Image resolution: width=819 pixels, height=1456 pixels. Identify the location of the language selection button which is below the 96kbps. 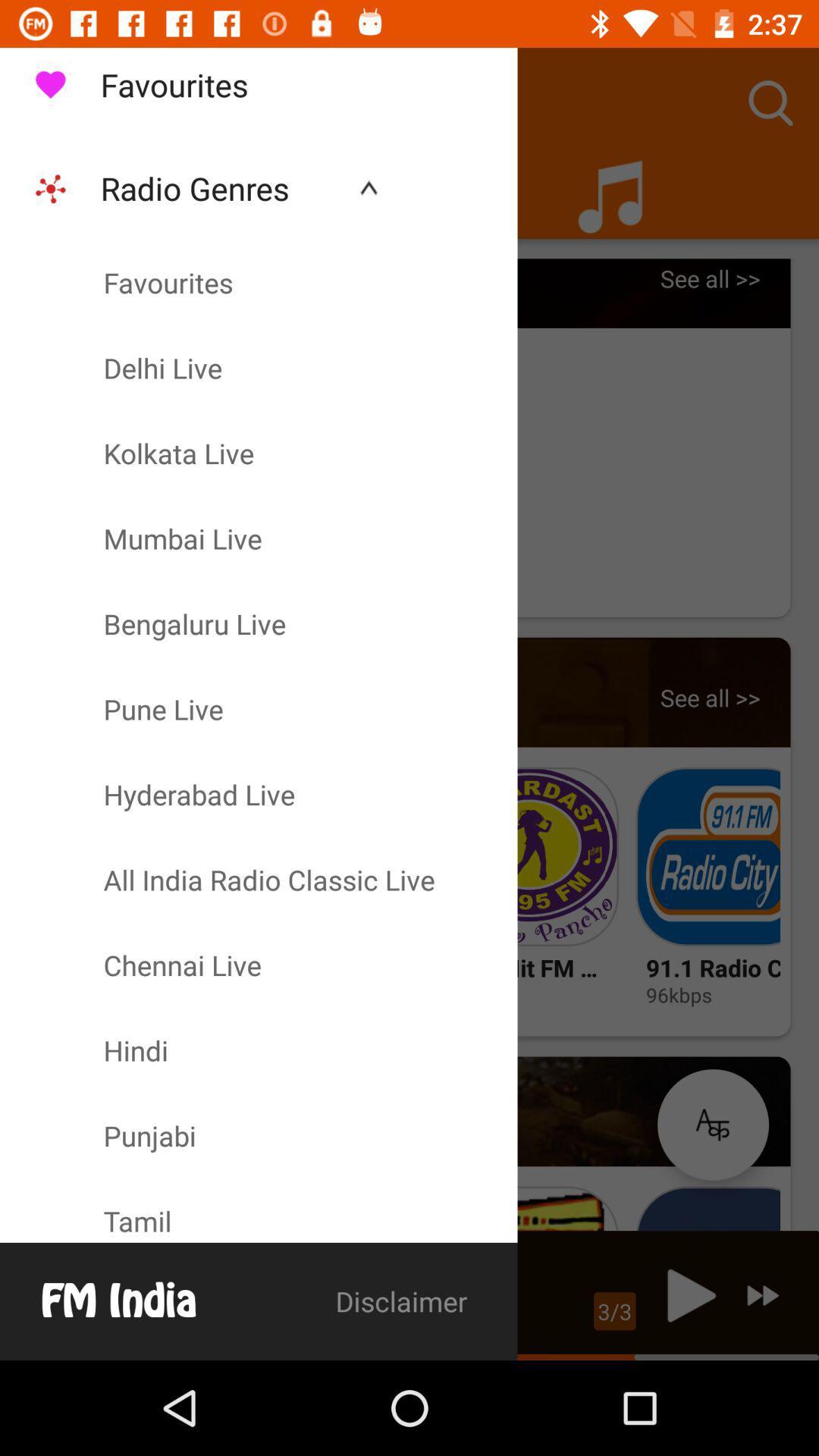
(713, 1125).